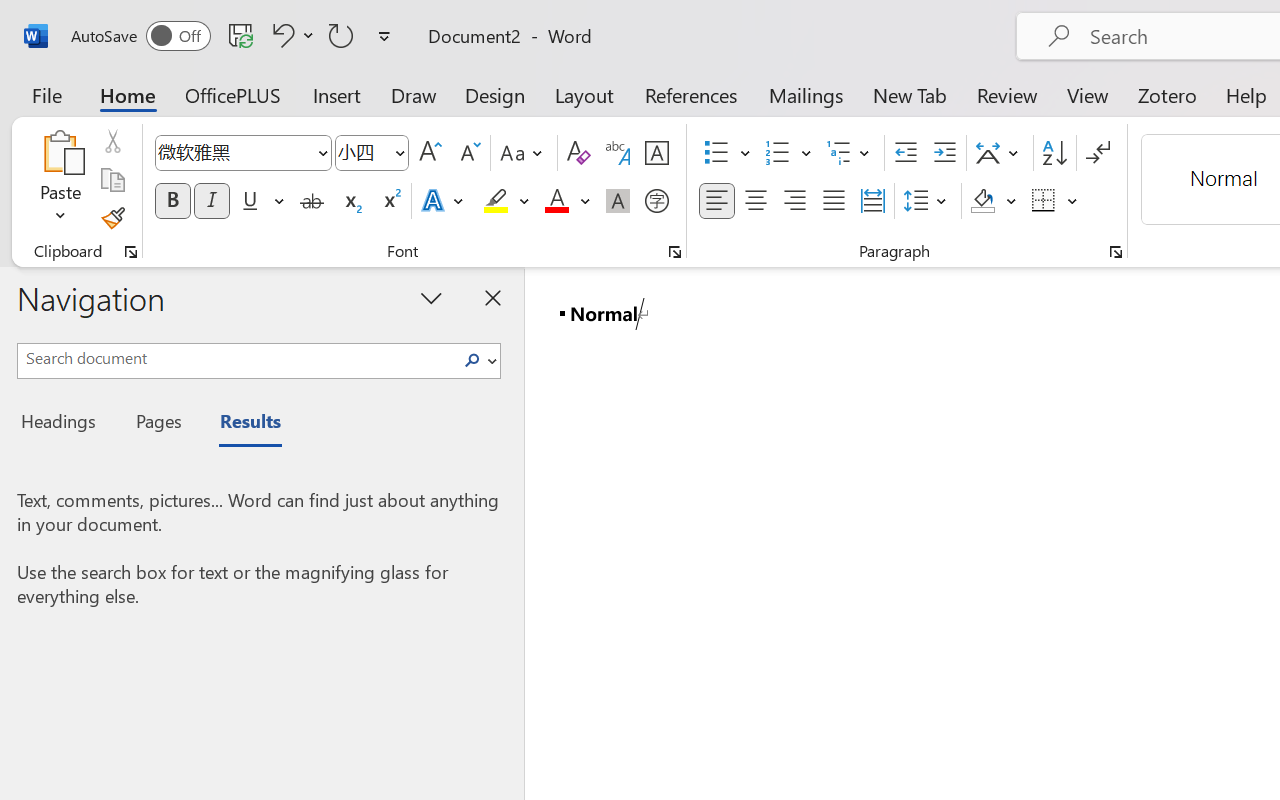  I want to click on 'Borders', so click(1054, 201).